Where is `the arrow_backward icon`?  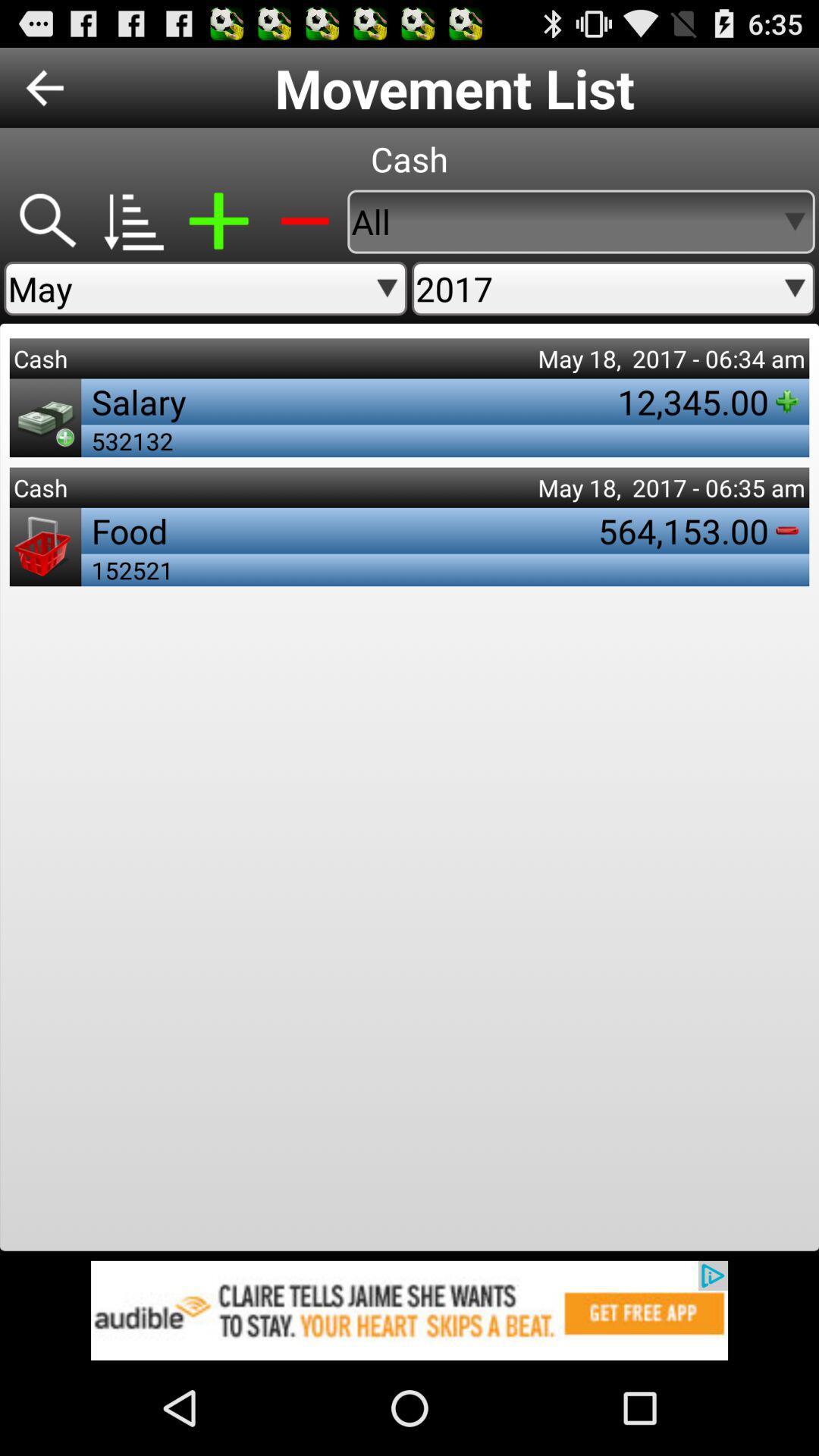 the arrow_backward icon is located at coordinates (44, 93).